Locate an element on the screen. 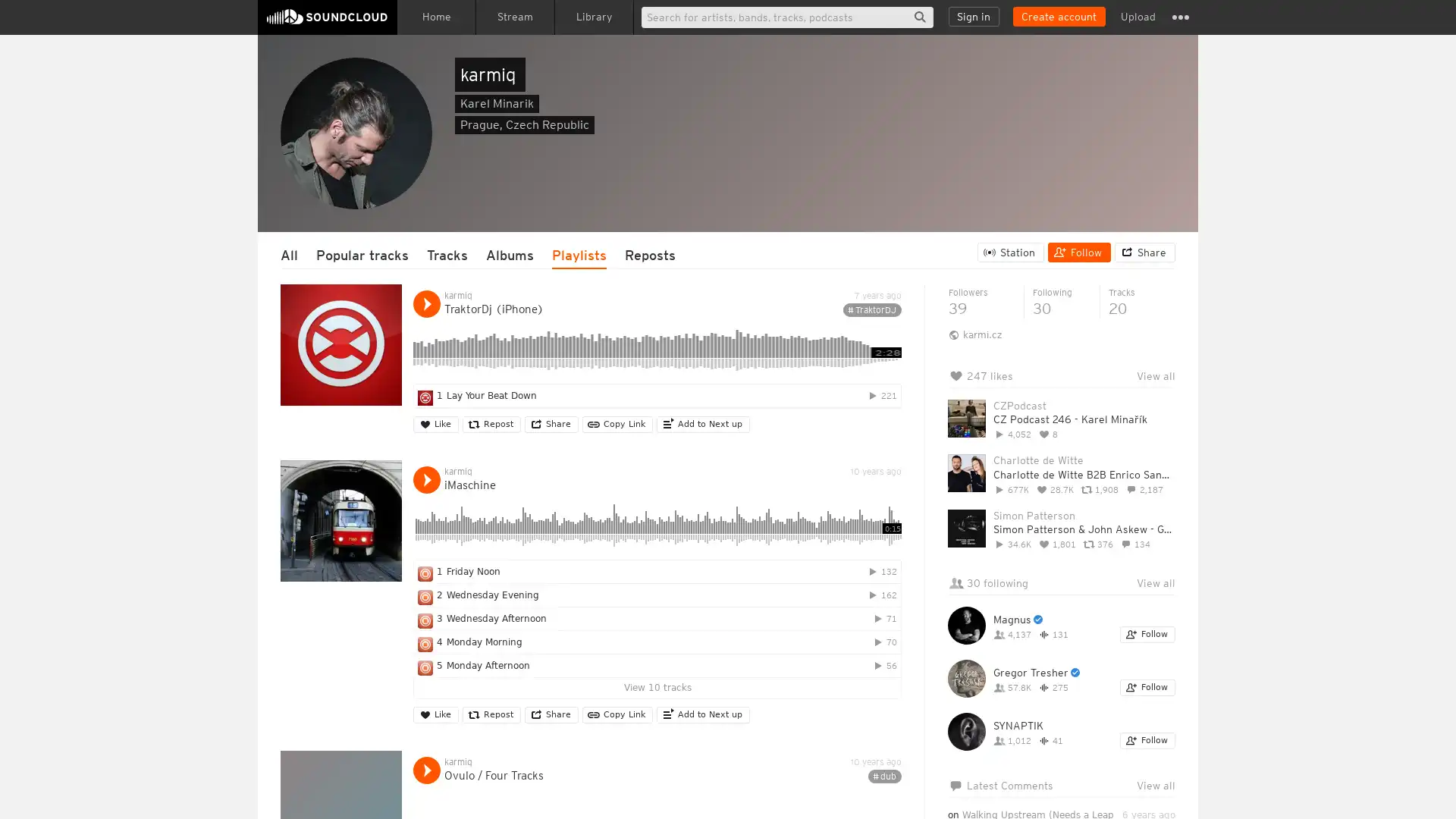 The width and height of the screenshot is (1456, 819). Play is located at coordinates (425, 479).